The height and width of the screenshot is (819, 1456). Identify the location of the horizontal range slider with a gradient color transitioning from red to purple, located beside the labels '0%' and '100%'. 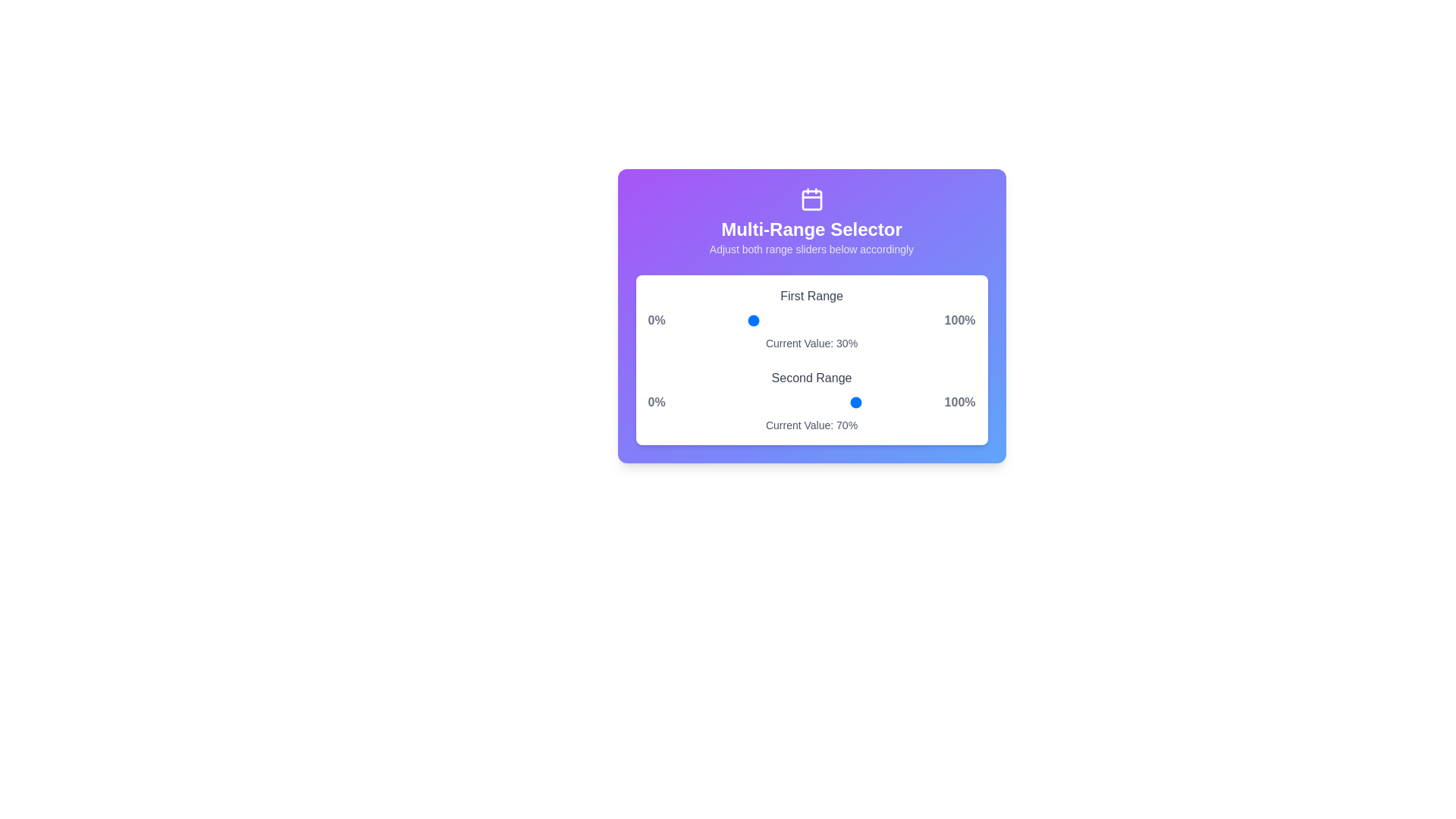
(804, 402).